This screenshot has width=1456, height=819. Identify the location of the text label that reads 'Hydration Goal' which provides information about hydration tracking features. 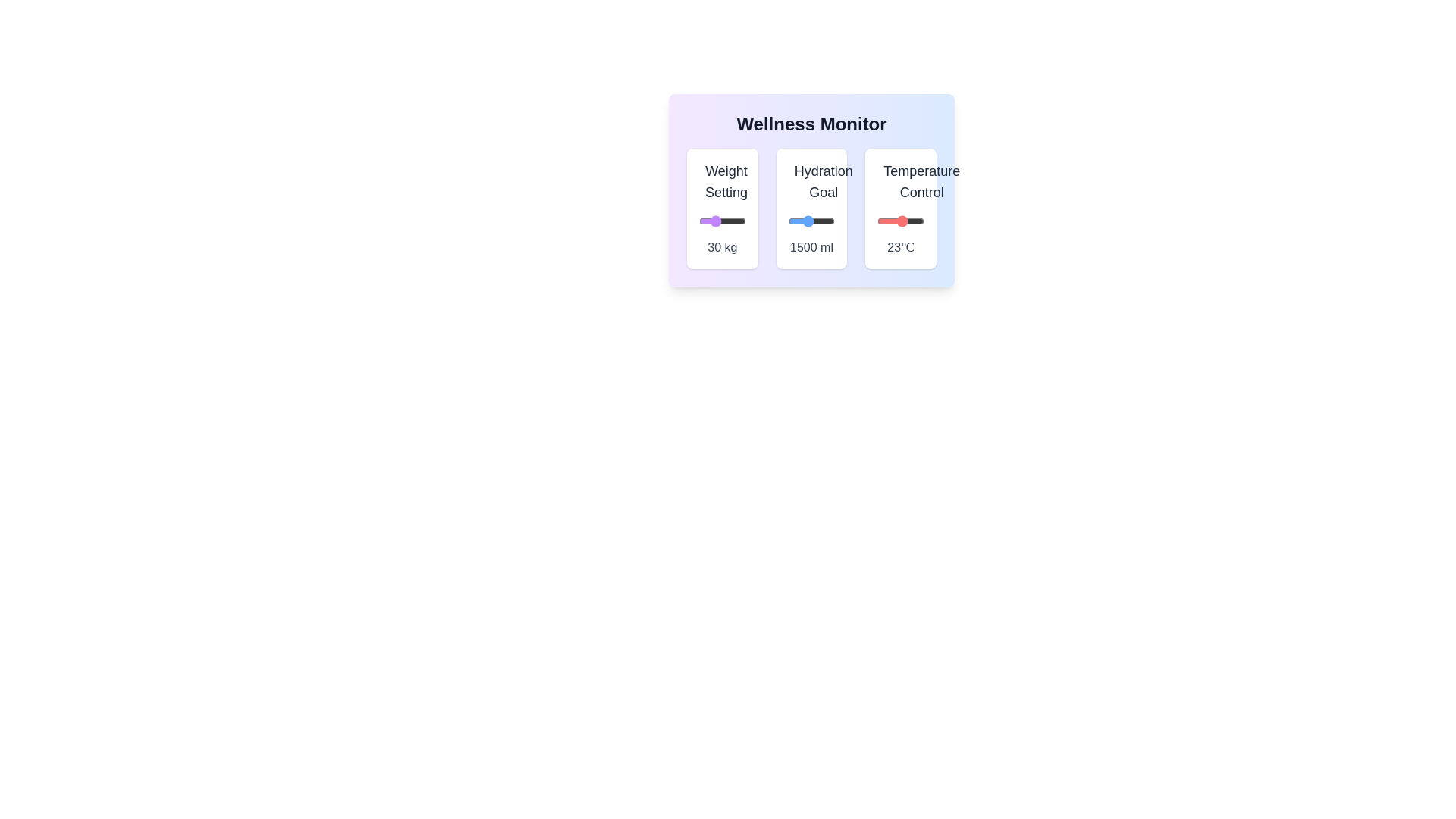
(823, 180).